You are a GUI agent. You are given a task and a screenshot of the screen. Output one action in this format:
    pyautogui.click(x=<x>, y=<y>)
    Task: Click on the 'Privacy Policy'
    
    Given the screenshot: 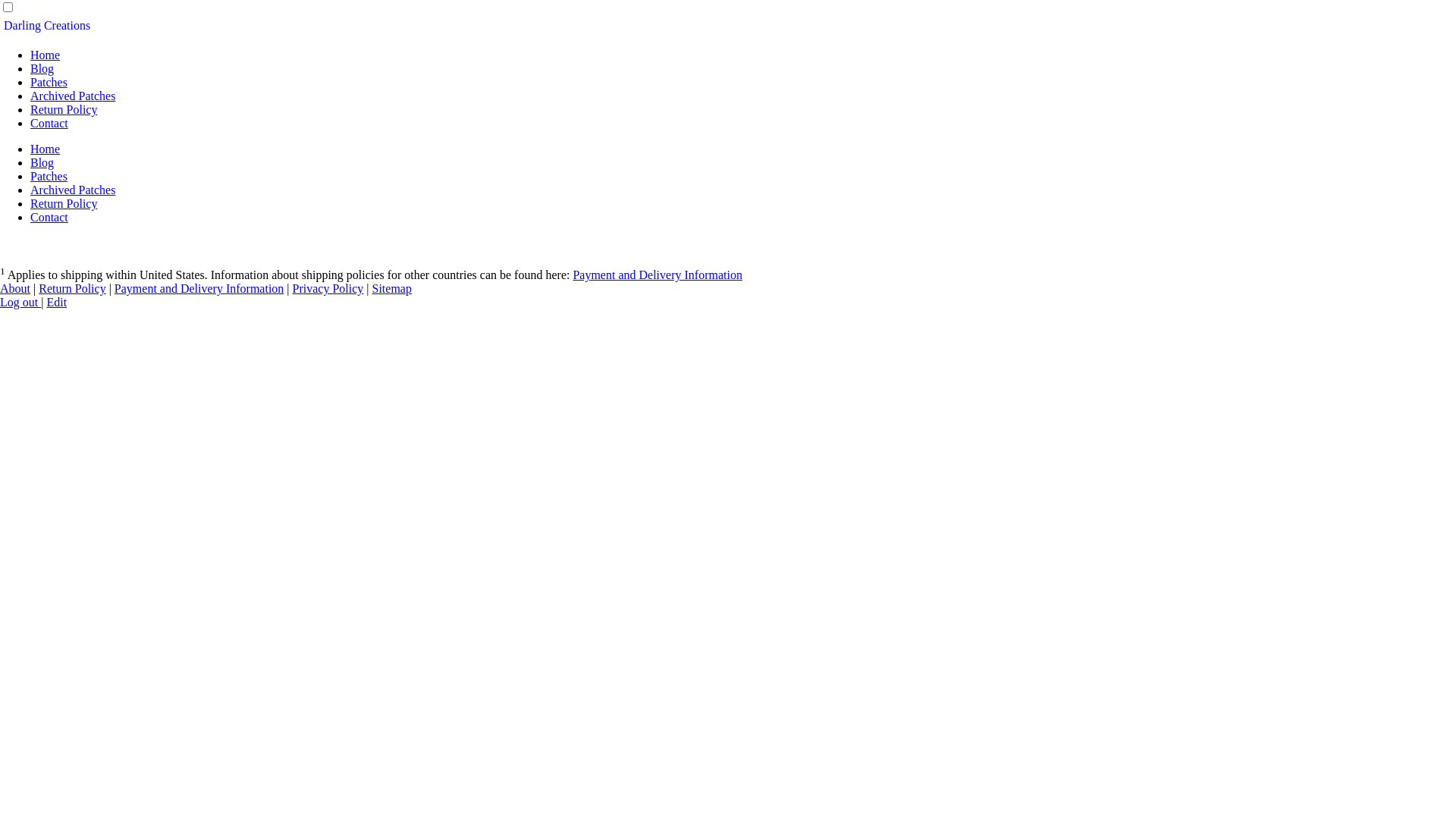 What is the action you would take?
    pyautogui.click(x=327, y=288)
    